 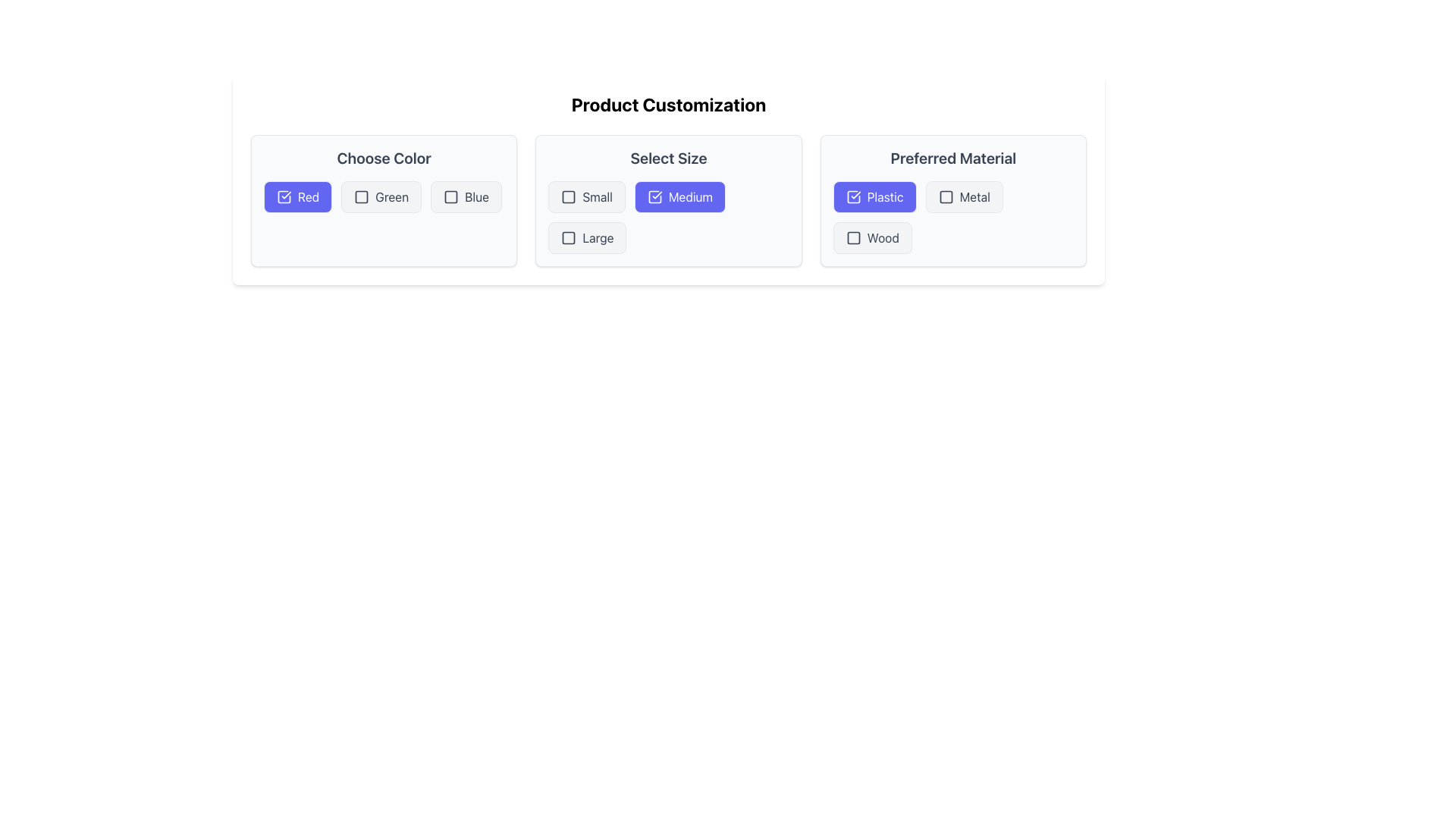 I want to click on the checkbox labeled 'Blue' in the 'Choose Color' section of the 'Product Customization' interface, so click(x=465, y=196).